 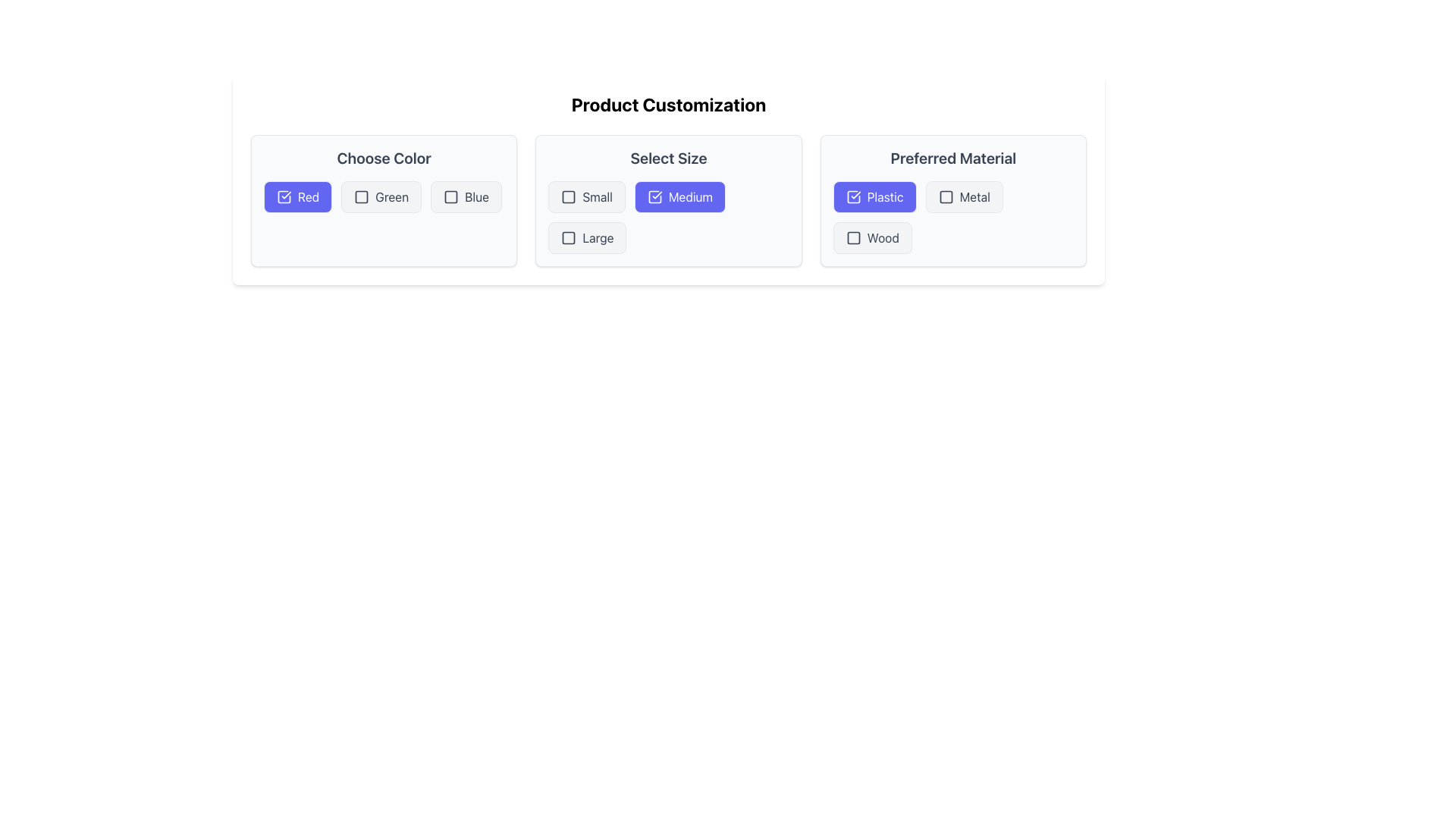 I want to click on the checkbox labeled 'Blue' in the 'Choose Color' section of the 'Product Customization' interface, so click(x=465, y=196).